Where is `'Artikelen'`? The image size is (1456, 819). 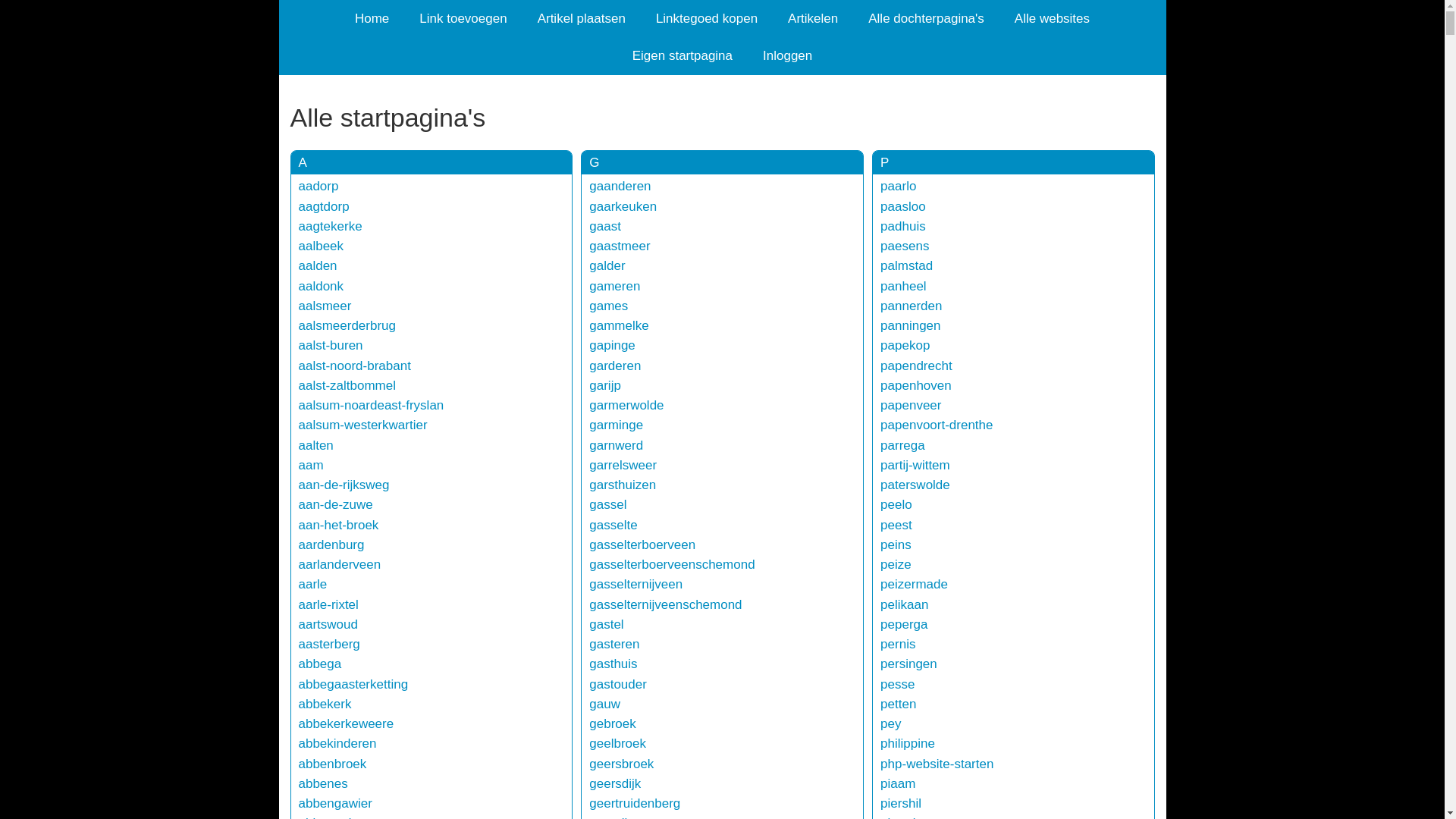
'Artikelen' is located at coordinates (772, 18).